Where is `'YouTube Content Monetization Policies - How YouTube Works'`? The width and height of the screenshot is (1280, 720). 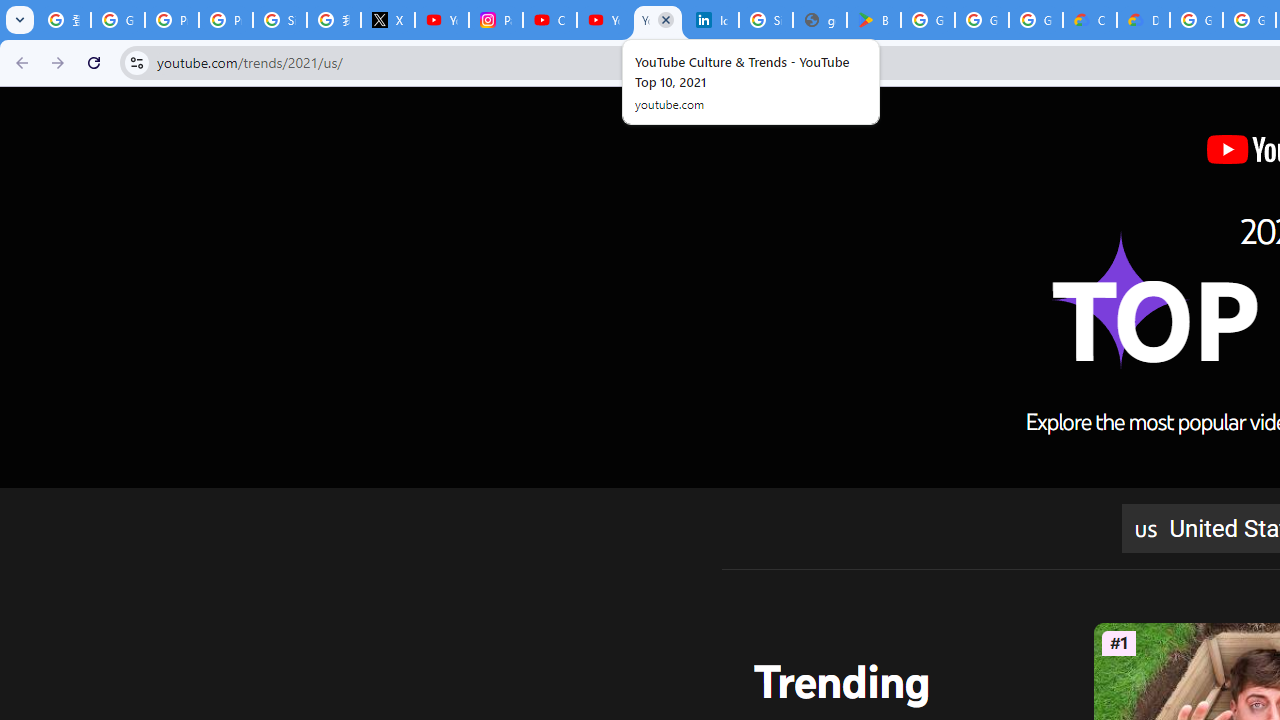 'YouTube Content Monetization Policies - How YouTube Works' is located at coordinates (440, 20).